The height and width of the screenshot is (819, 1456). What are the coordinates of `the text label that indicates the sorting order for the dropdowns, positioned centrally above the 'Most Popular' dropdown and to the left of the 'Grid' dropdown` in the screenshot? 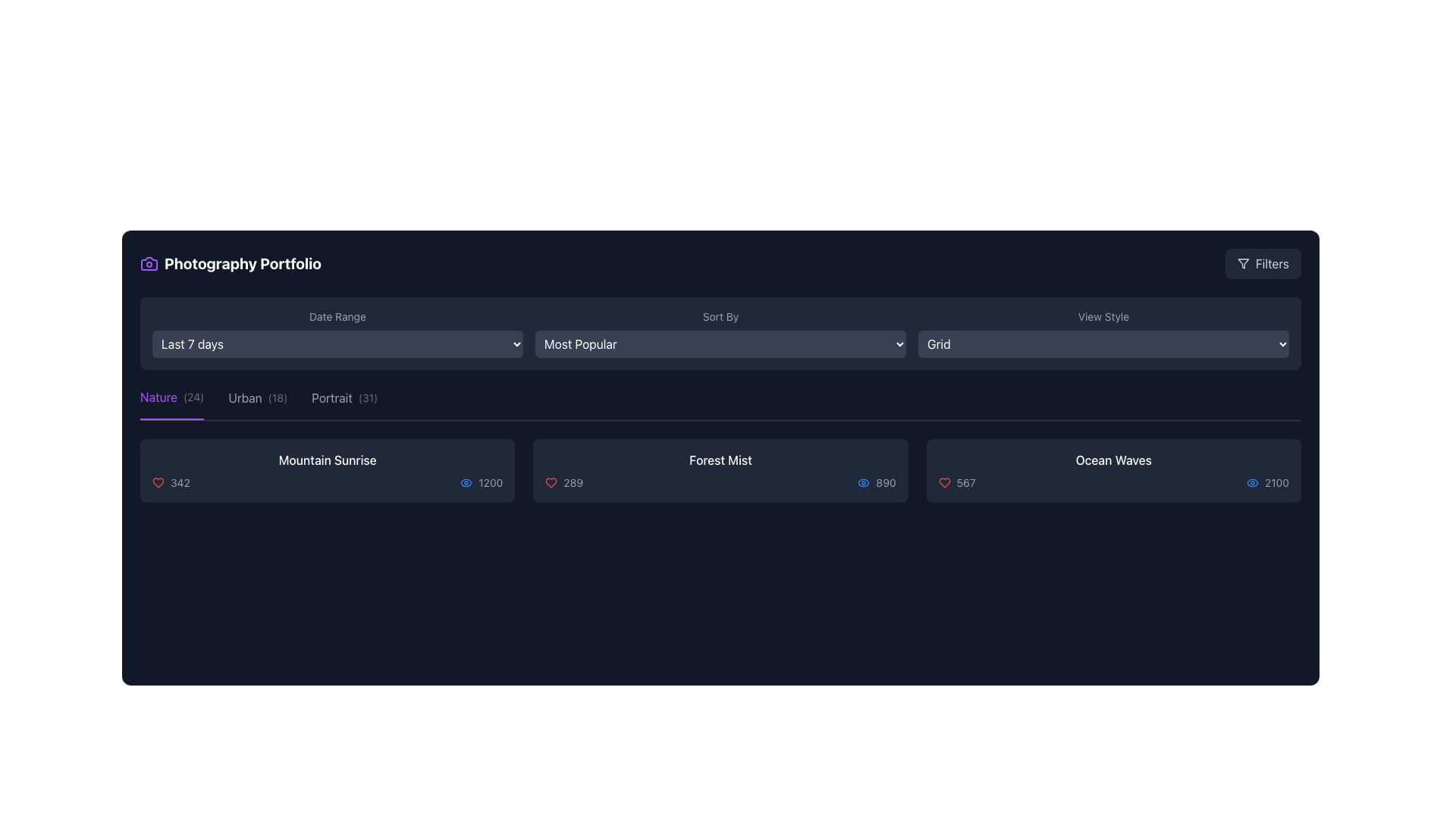 It's located at (720, 315).